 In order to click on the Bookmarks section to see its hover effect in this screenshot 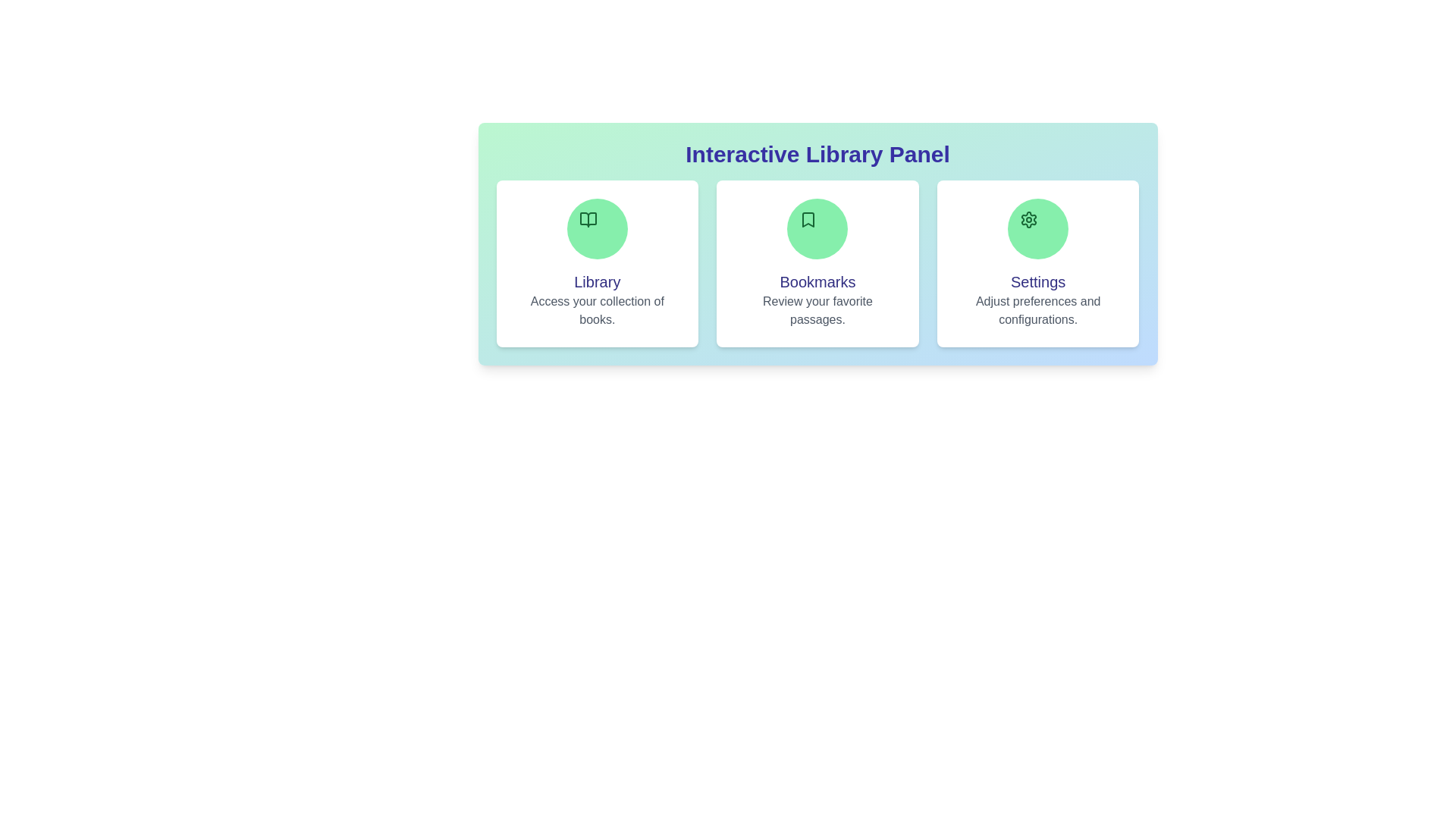, I will do `click(817, 262)`.